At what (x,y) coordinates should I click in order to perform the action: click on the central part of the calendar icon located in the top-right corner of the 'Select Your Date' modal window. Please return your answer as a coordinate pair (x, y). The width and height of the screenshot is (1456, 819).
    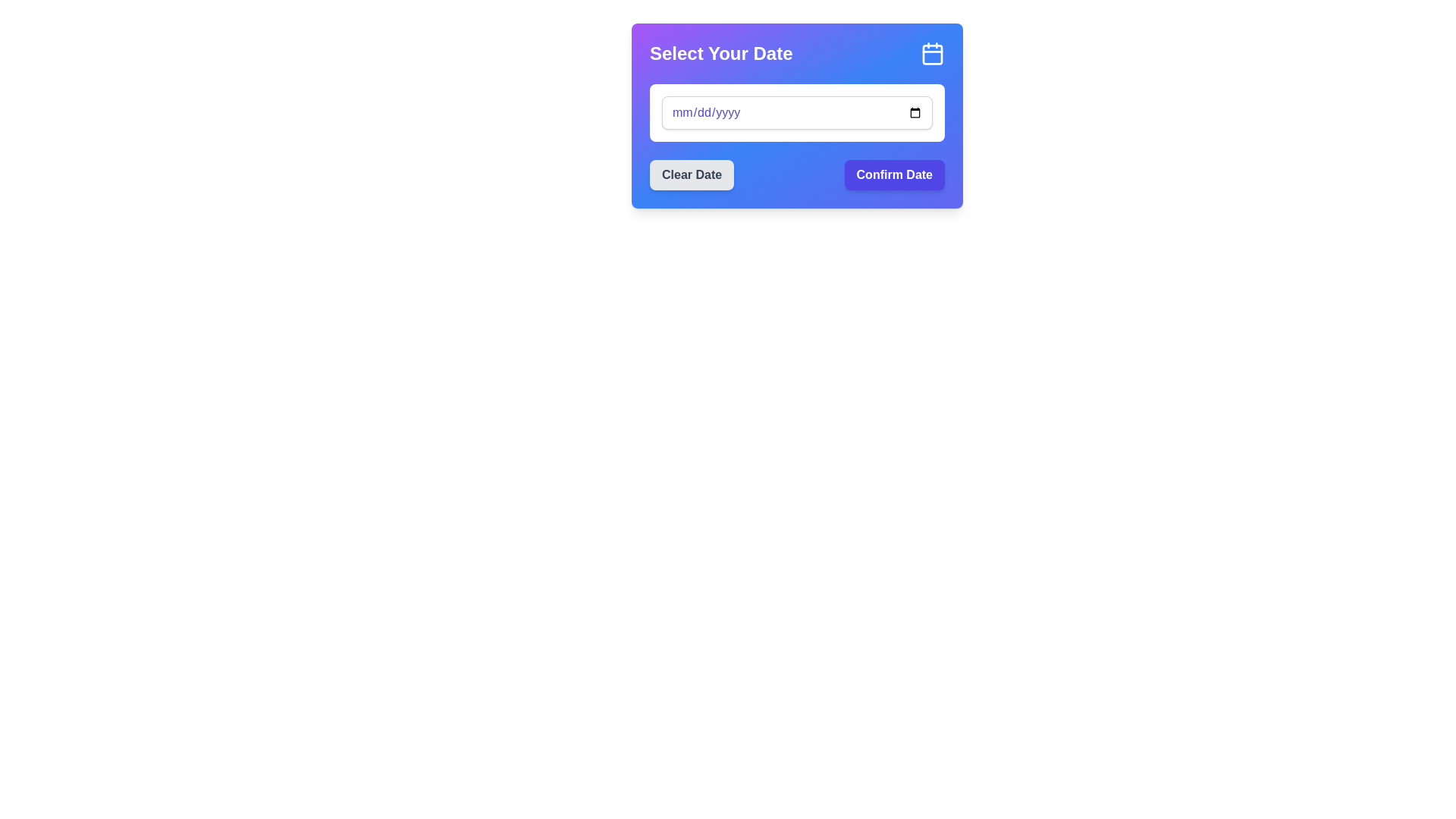
    Looking at the image, I should click on (931, 54).